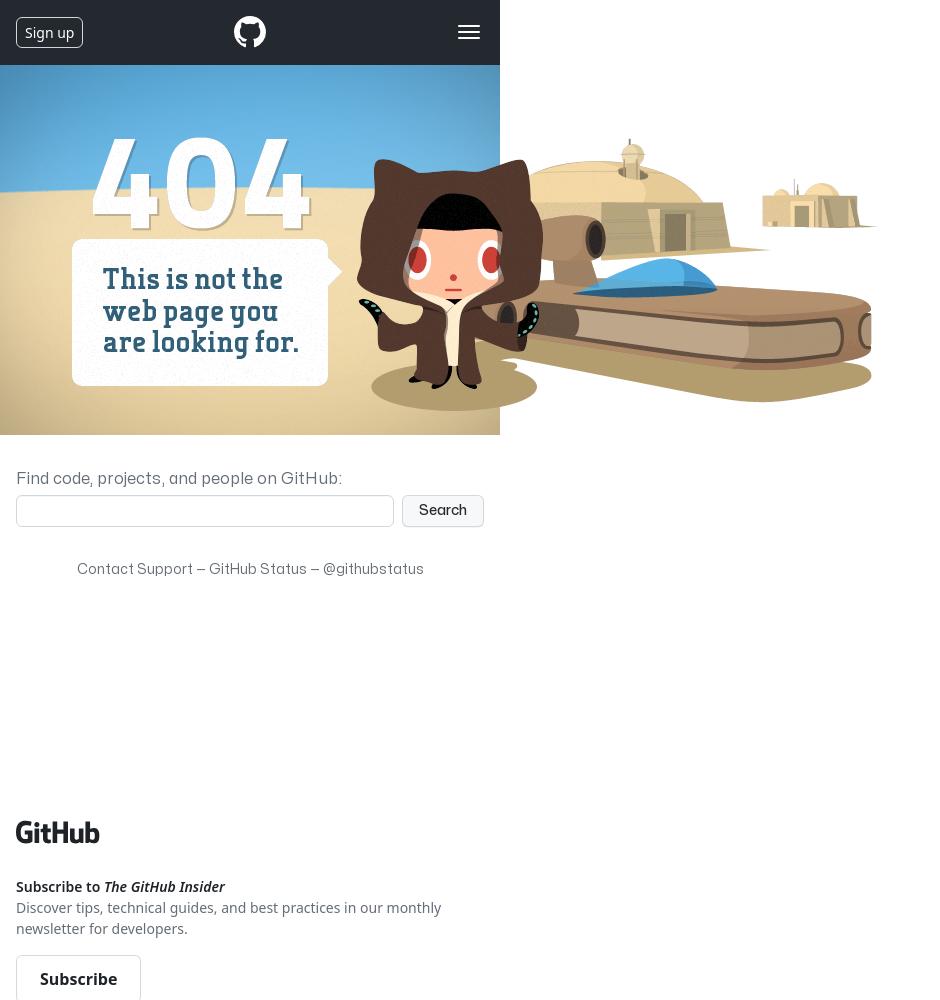 Image resolution: width=940 pixels, height=1000 pixels. Describe the element at coordinates (207, 568) in the screenshot. I see `'GitHub Status'` at that location.